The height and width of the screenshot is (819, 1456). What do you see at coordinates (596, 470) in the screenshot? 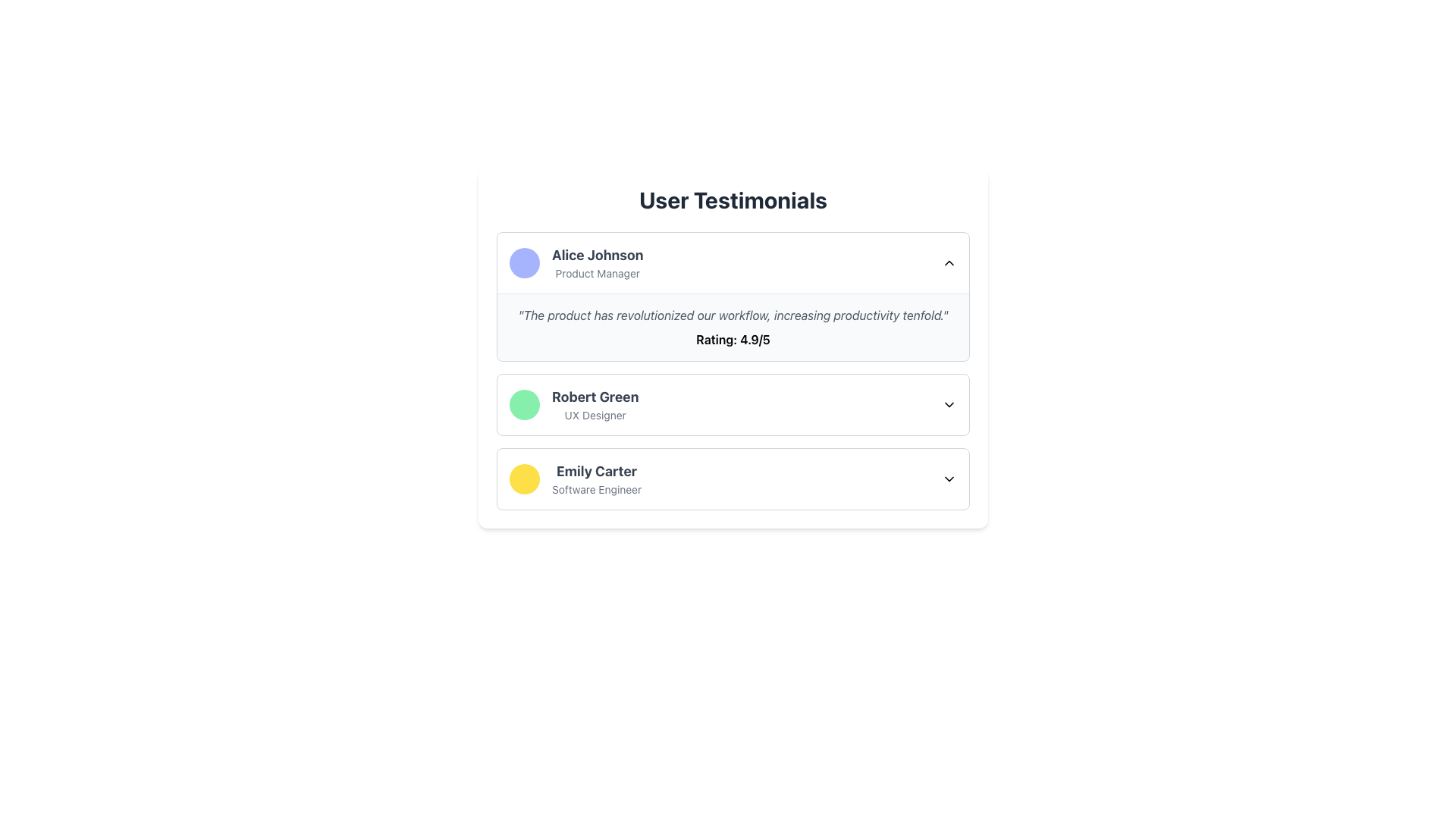
I see `the Text Label displaying 'Emily Carter' which is bold` at bounding box center [596, 470].